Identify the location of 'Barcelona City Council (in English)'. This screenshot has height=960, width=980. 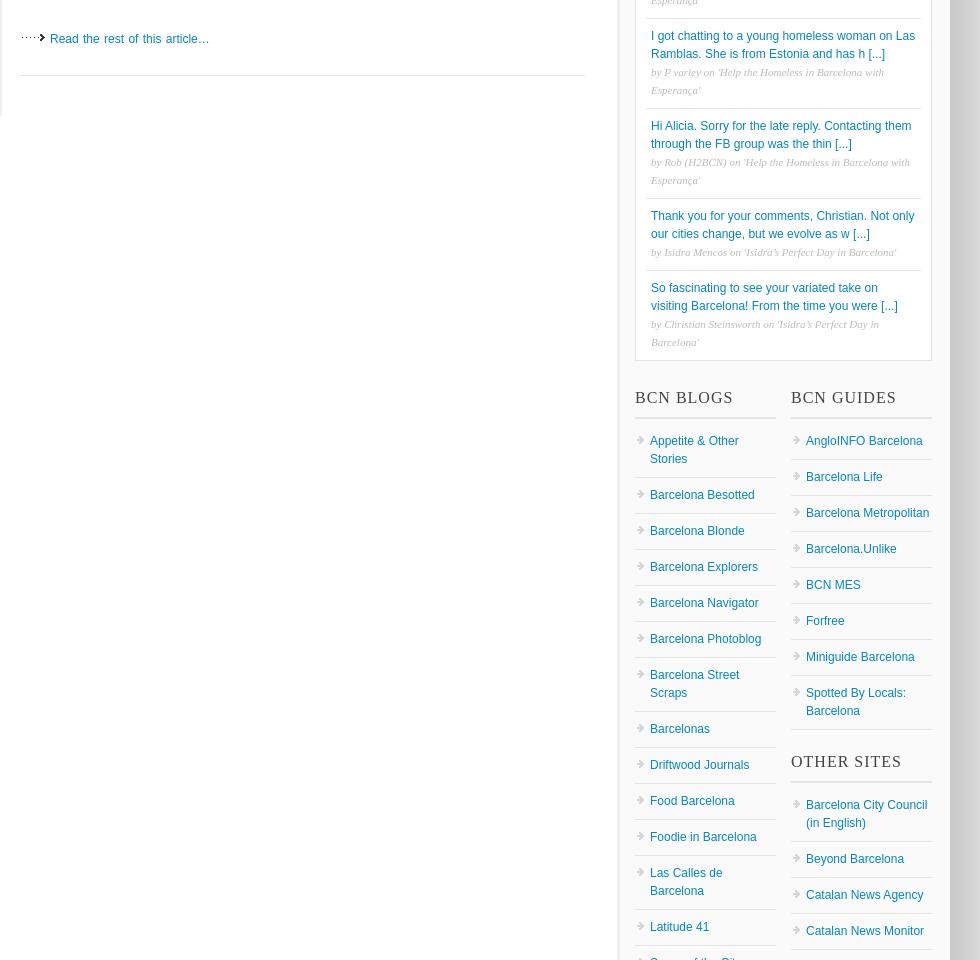
(866, 813).